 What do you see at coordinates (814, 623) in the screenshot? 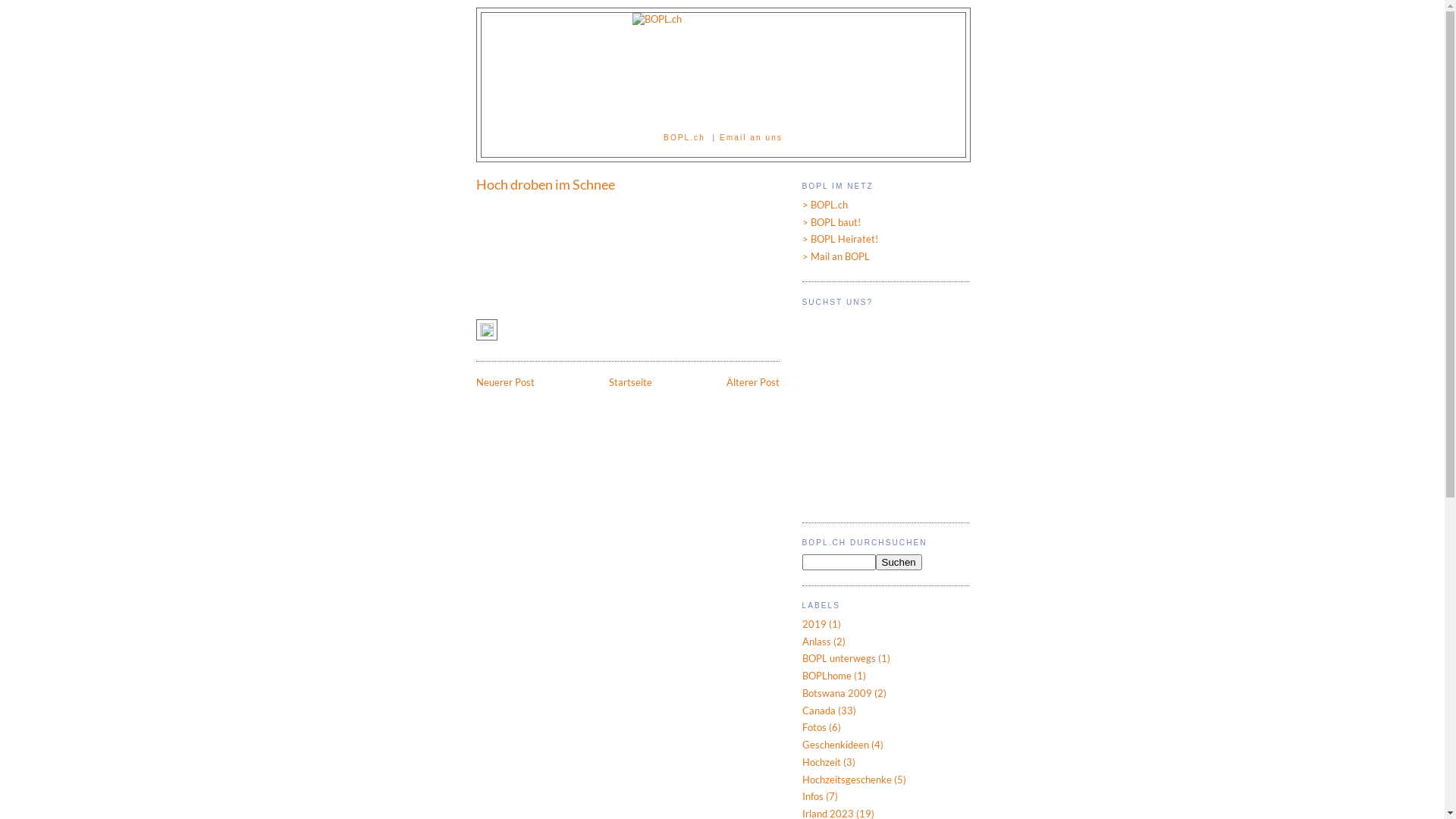
I see `'2019'` at bounding box center [814, 623].